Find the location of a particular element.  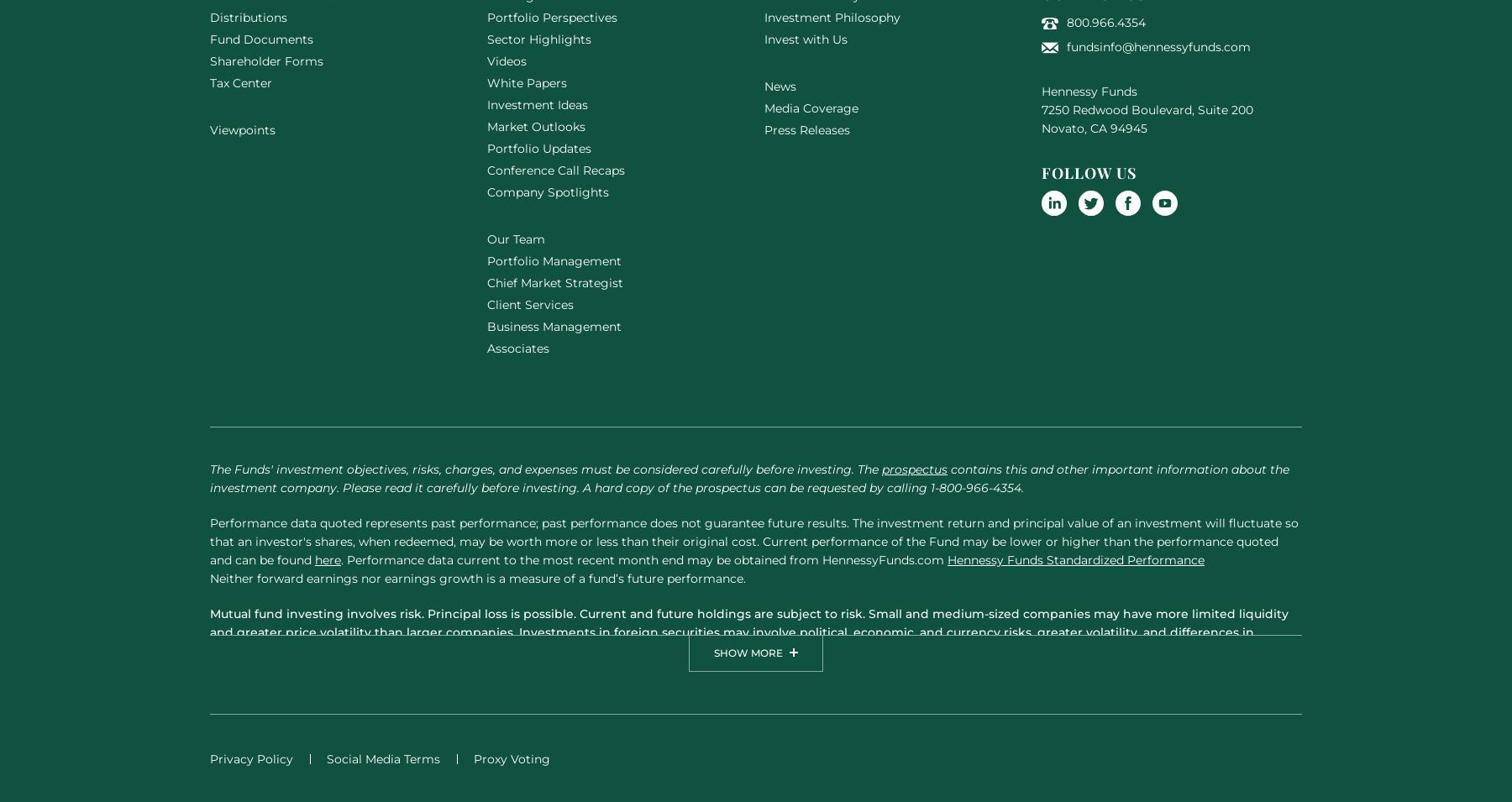

'CA' is located at coordinates (1099, 127).